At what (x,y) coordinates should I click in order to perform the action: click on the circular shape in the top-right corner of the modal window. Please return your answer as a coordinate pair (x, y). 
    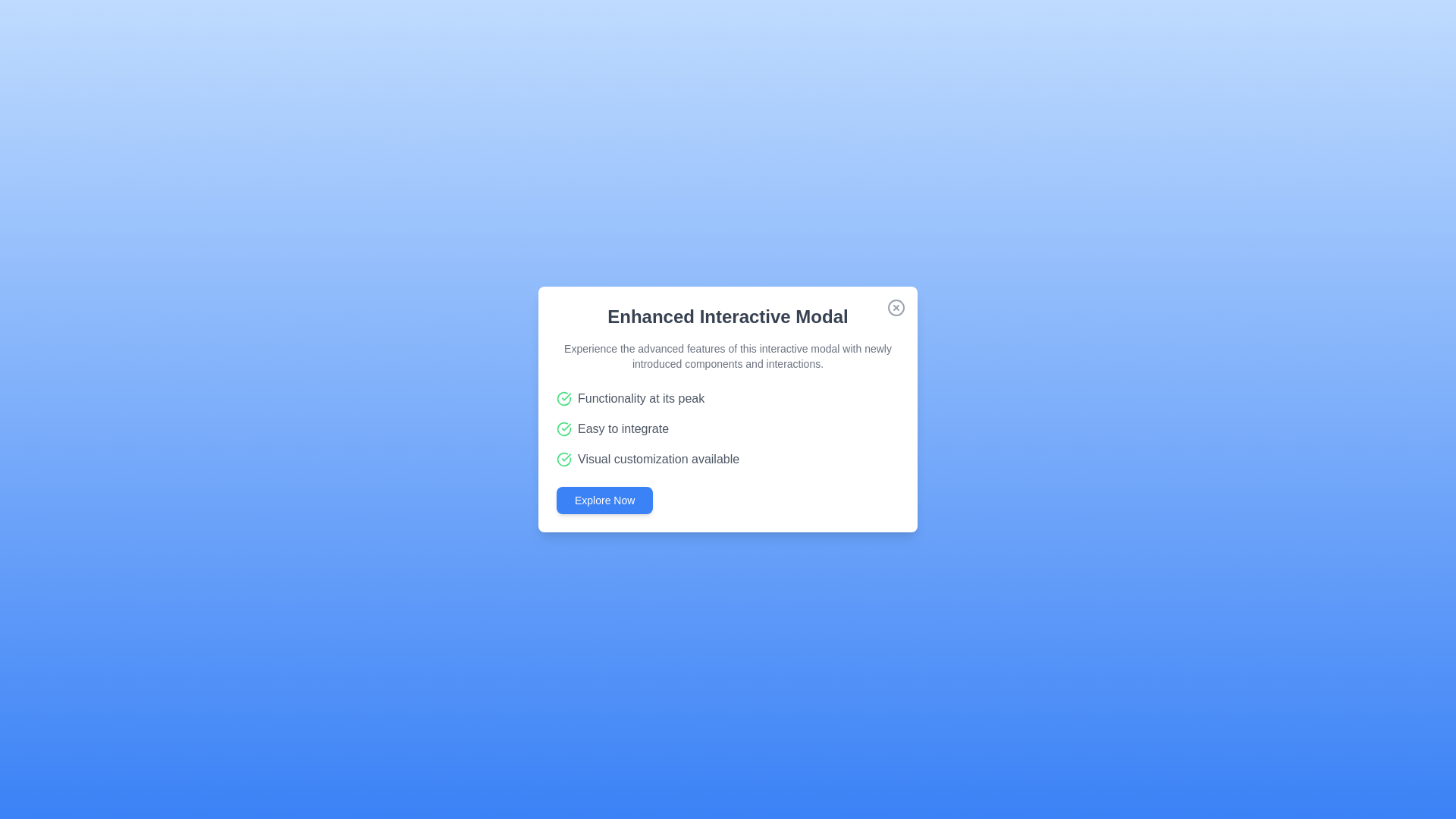
    Looking at the image, I should click on (896, 307).